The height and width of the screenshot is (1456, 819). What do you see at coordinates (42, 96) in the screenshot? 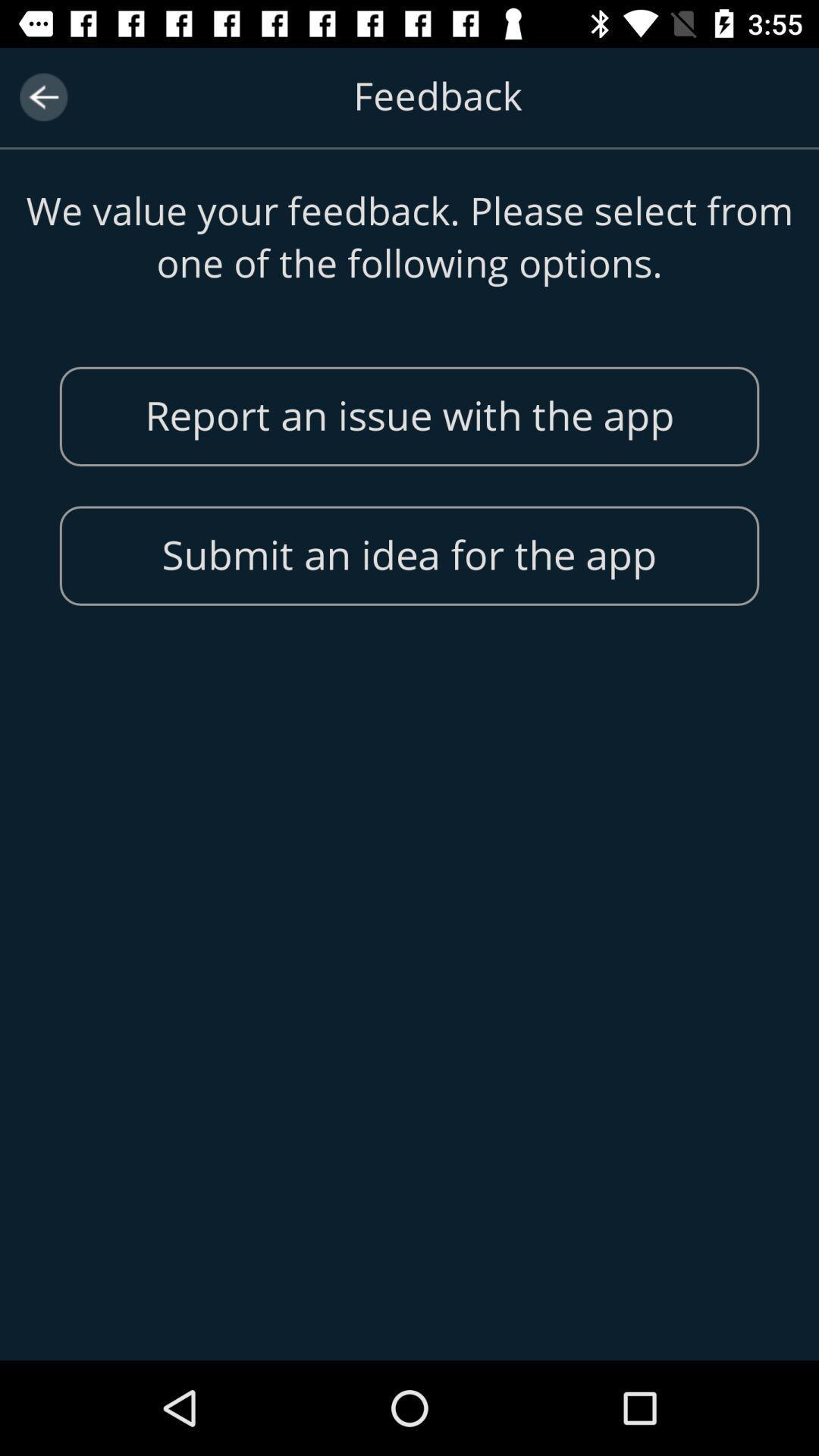
I see `the arrow_backward icon` at bounding box center [42, 96].